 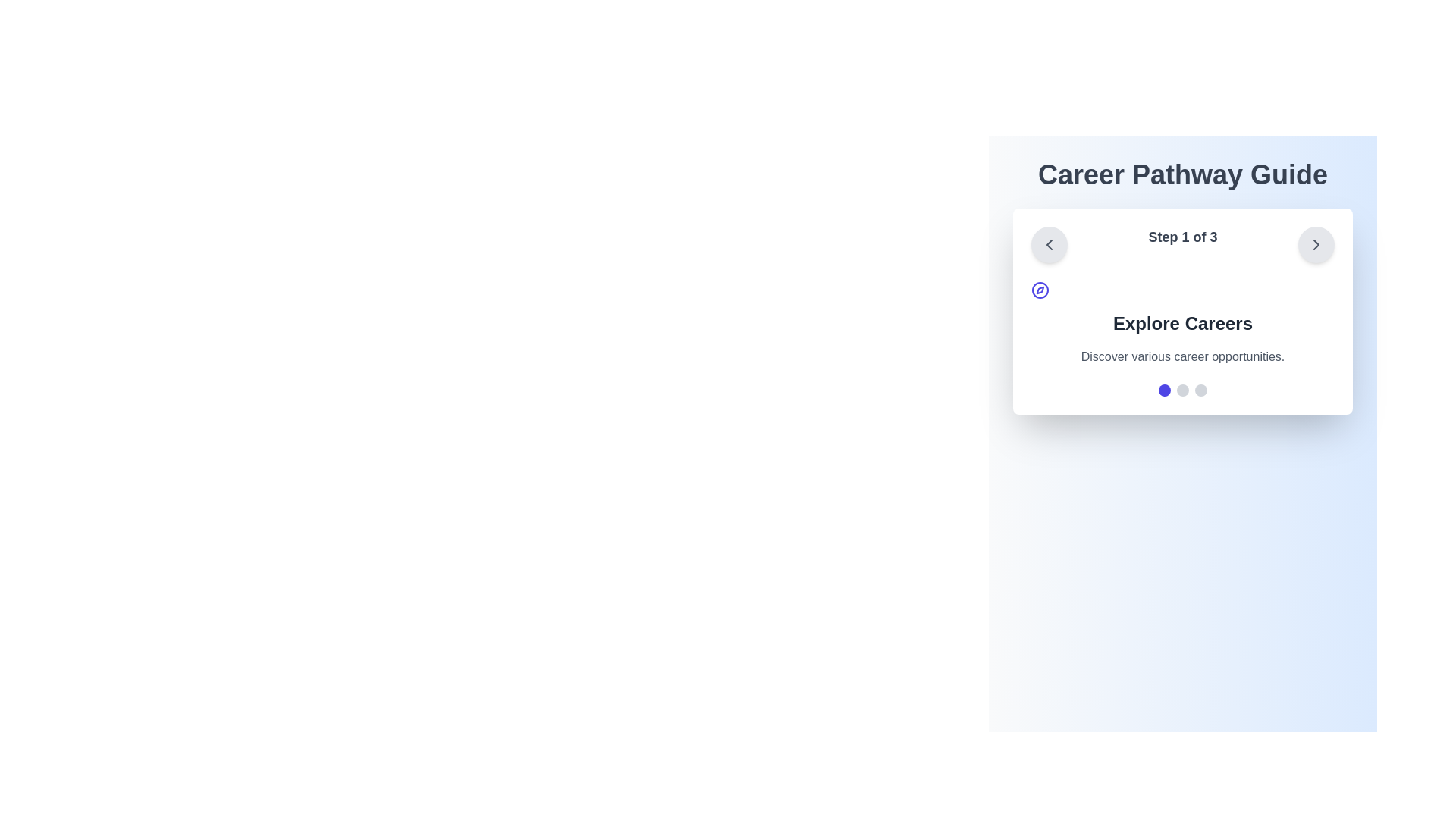 What do you see at coordinates (1182, 244) in the screenshot?
I see `the text label displaying 'Step 1 of 3' which is centrally positioned within the 'Career Pathway Guide' card layout` at bounding box center [1182, 244].